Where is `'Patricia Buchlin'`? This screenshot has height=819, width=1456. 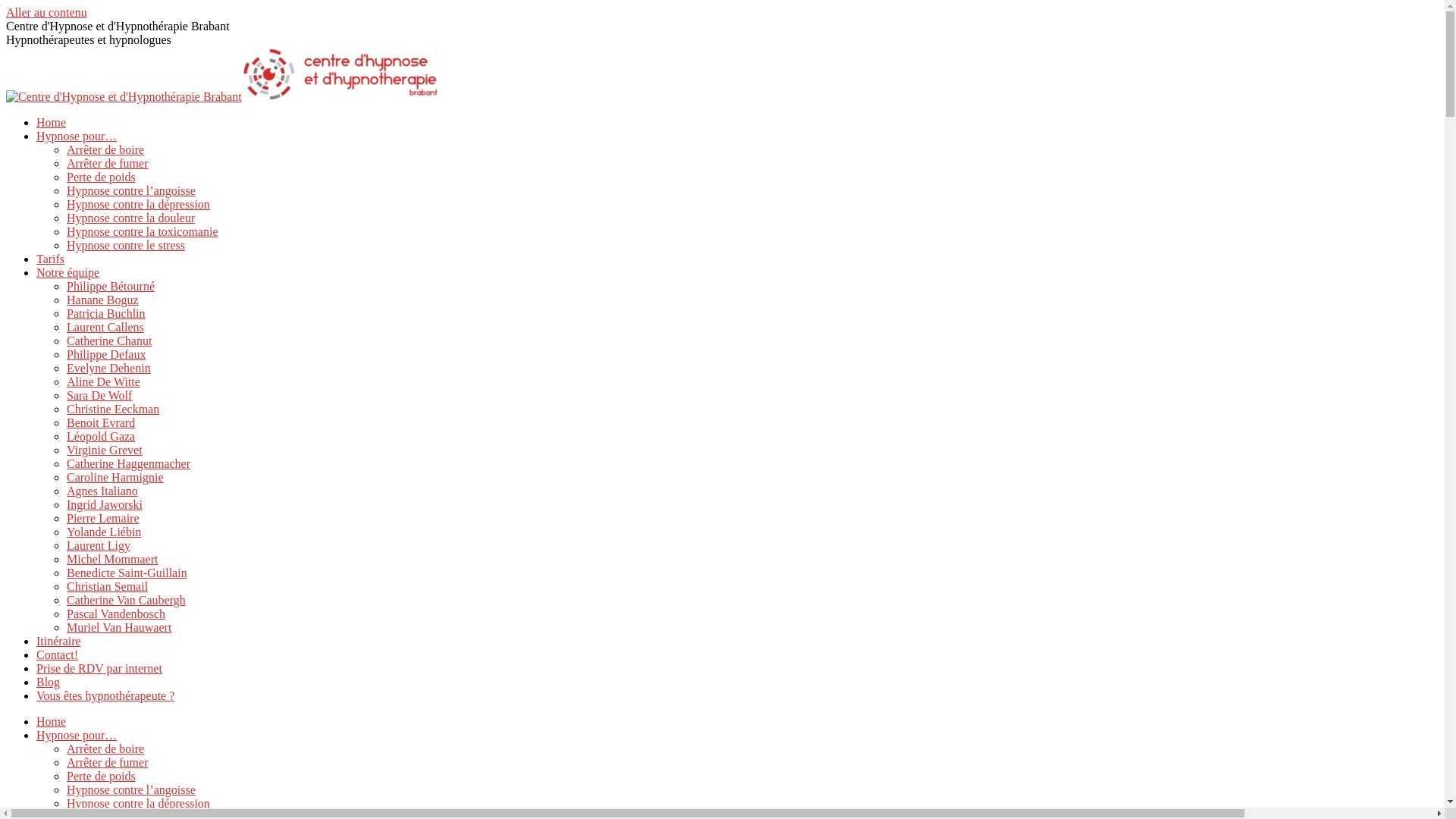
'Patricia Buchlin' is located at coordinates (105, 312).